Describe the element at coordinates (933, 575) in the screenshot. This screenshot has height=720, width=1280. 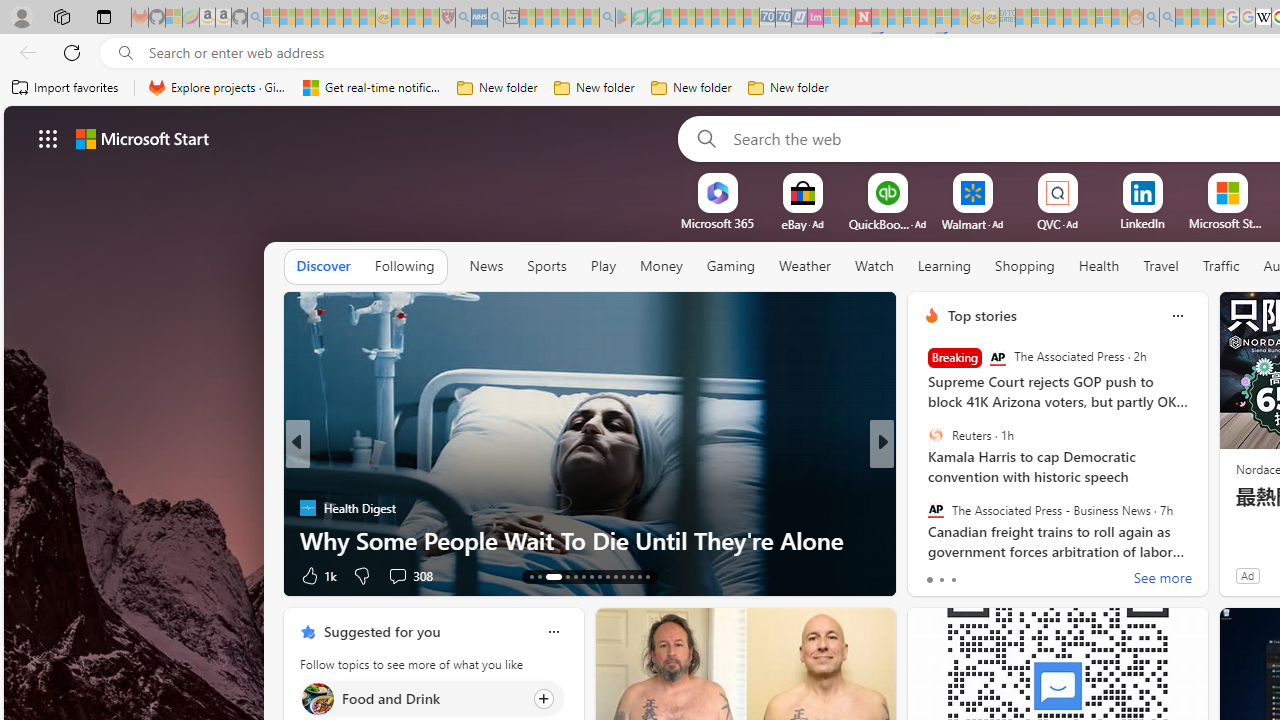
I see `'69 Like'` at that location.